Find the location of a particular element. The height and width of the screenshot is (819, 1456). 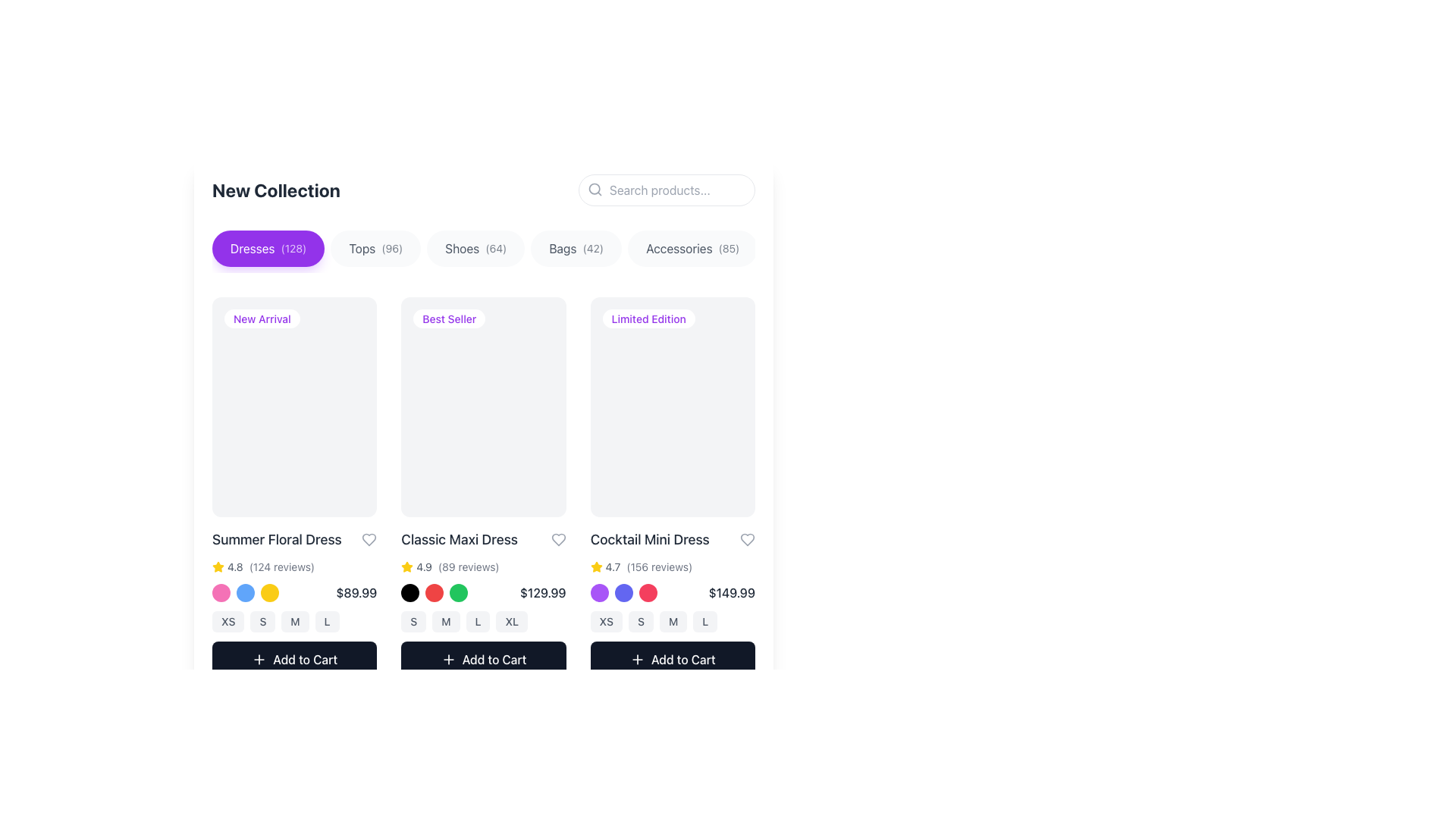

the favorite icon button located on the right side of the 'Summer Floral Dress' section is located at coordinates (369, 538).